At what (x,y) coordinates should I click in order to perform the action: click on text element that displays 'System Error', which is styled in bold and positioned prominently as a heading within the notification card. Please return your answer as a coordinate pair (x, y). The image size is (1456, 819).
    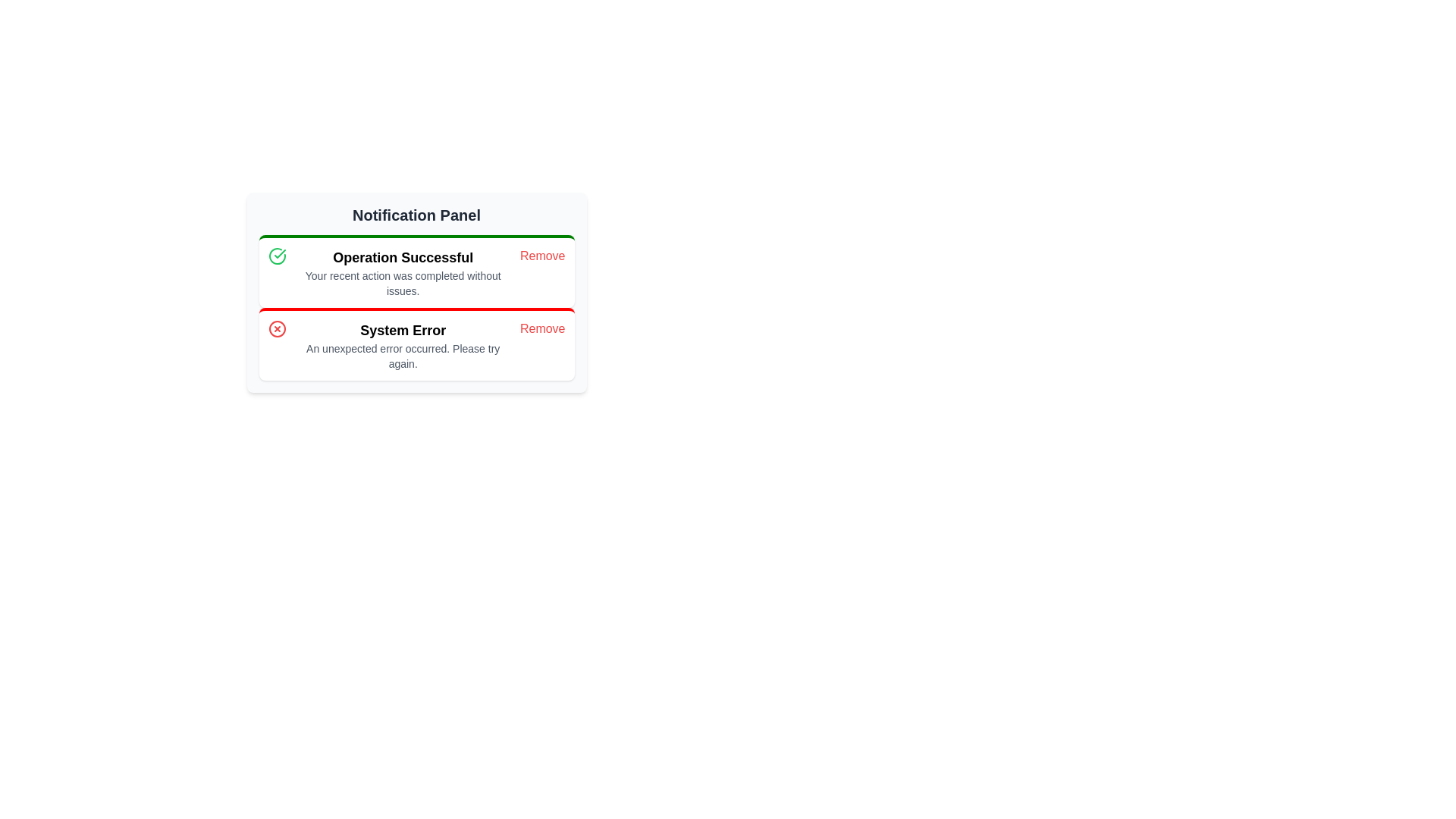
    Looking at the image, I should click on (403, 329).